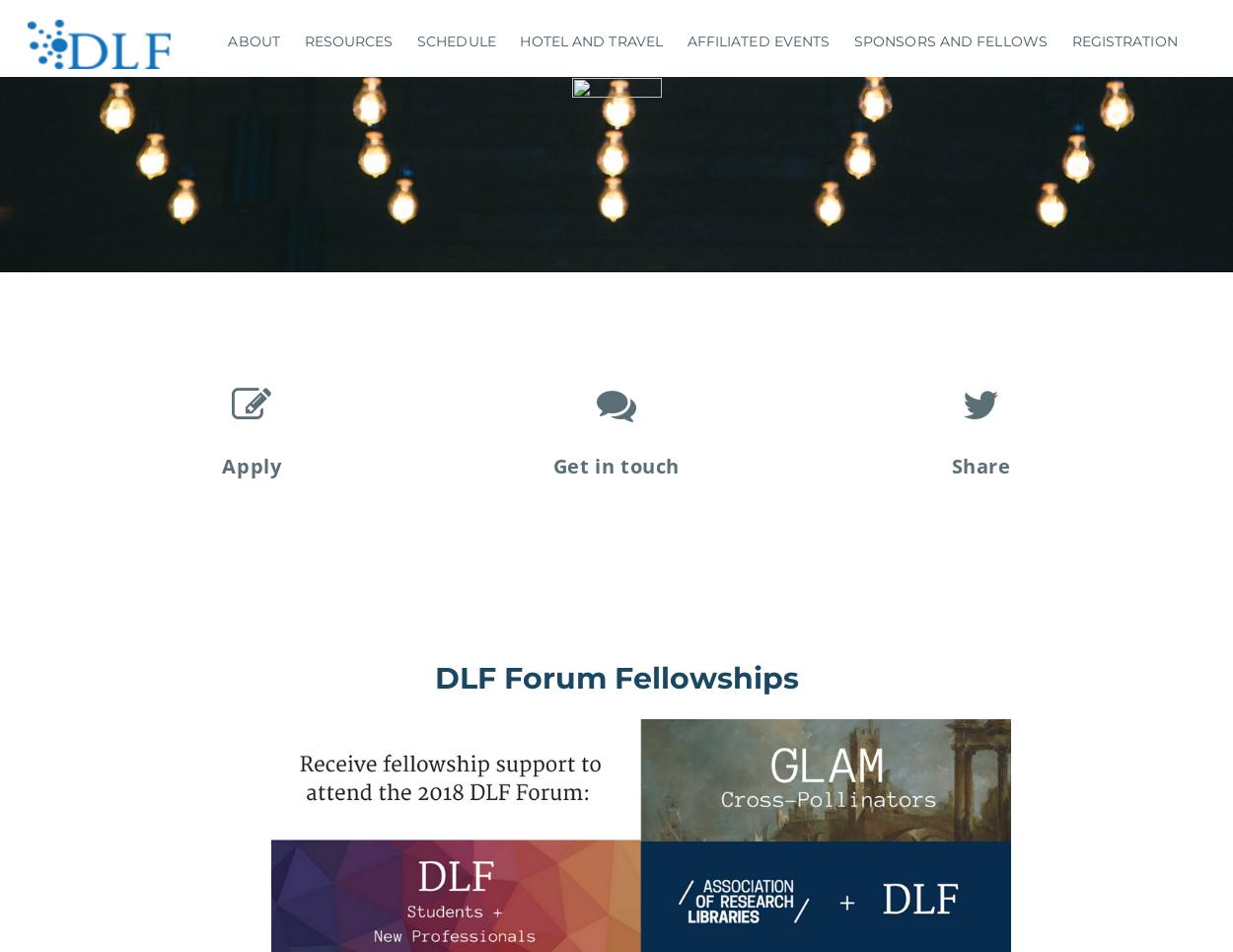 This screenshot has width=1233, height=952. I want to click on 'Shared Note-Taking', so click(343, 243).